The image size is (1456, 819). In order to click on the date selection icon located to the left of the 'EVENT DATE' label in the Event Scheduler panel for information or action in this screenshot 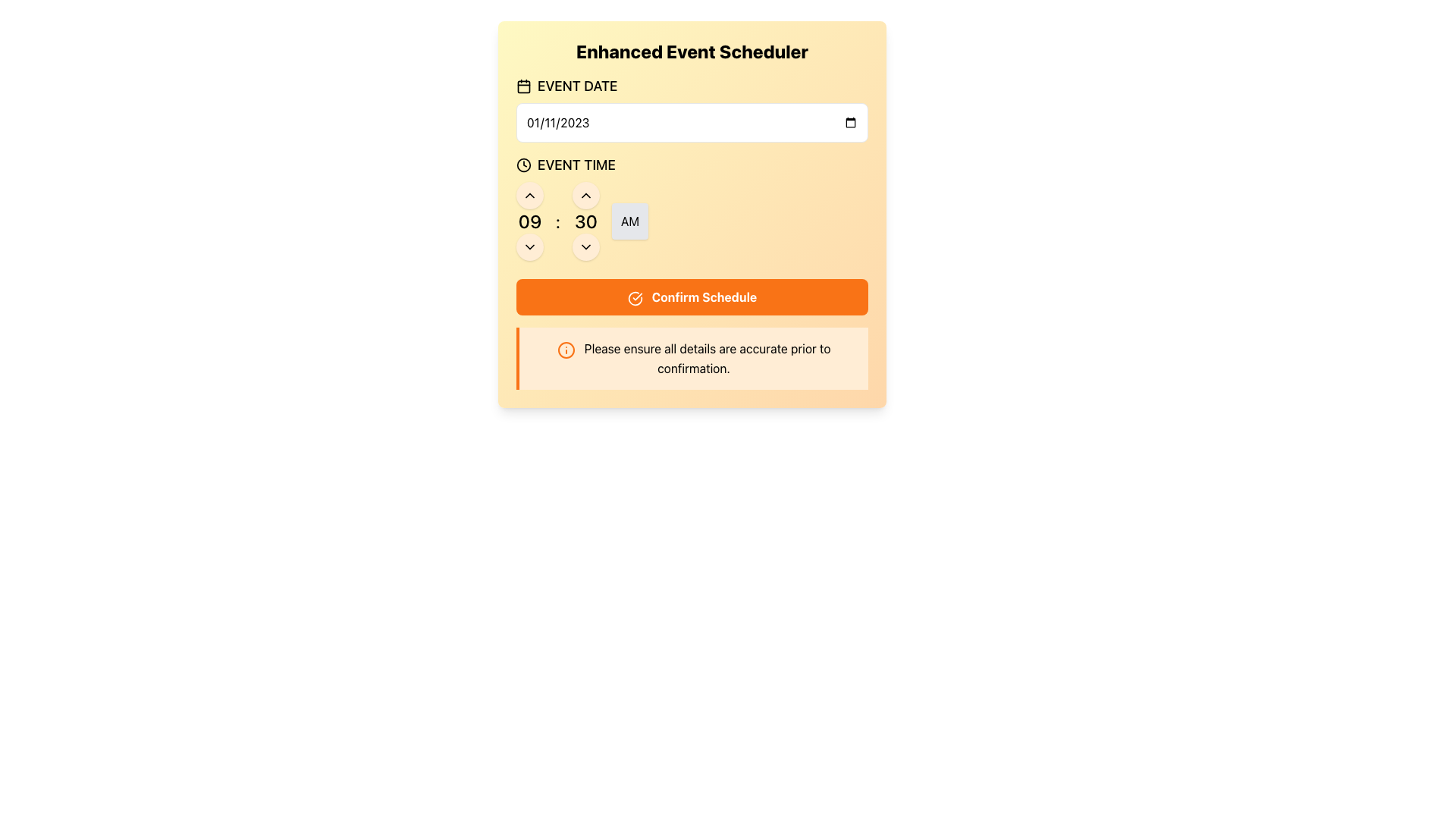, I will do `click(524, 86)`.